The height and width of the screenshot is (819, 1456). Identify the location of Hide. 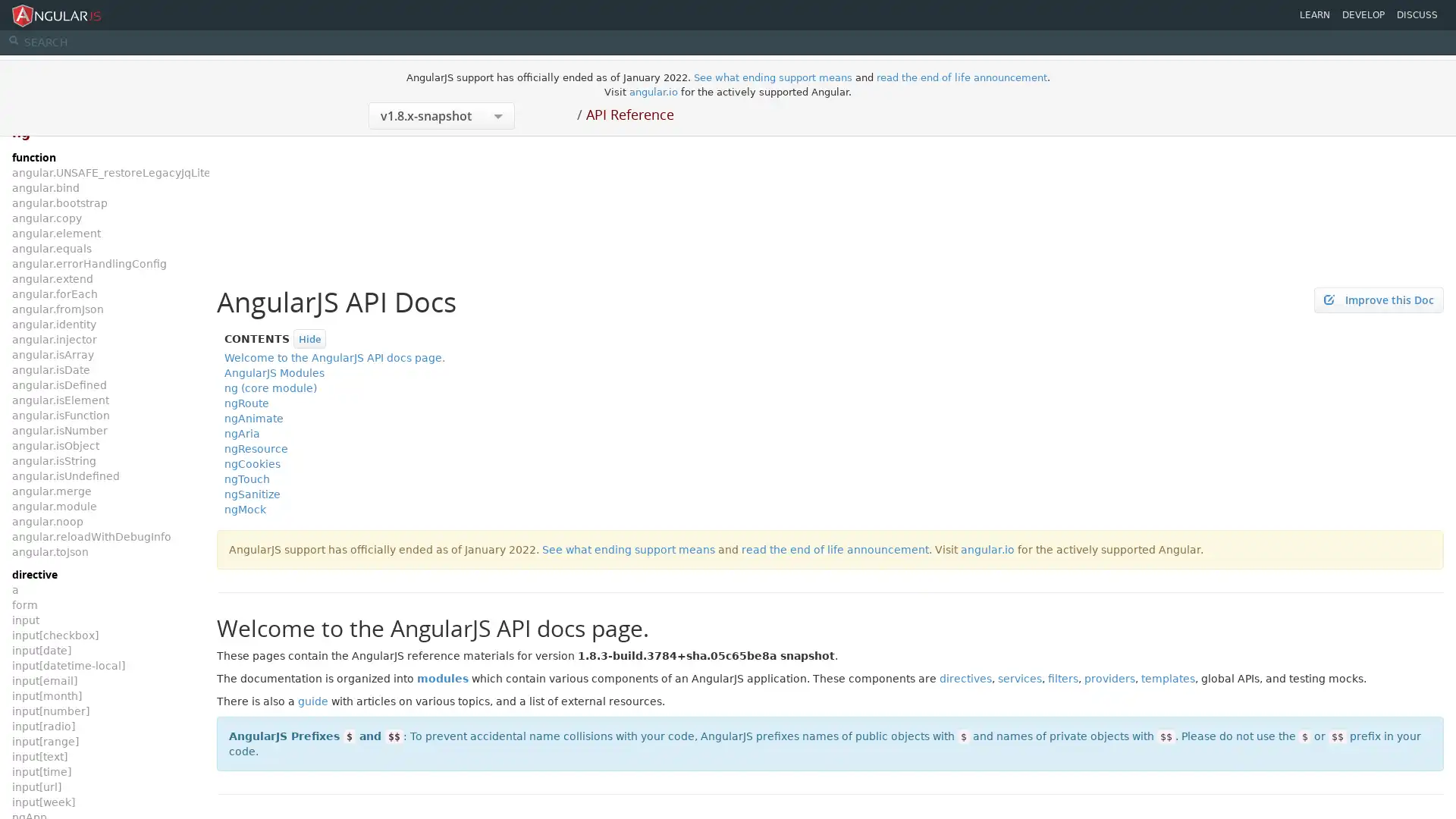
(309, 337).